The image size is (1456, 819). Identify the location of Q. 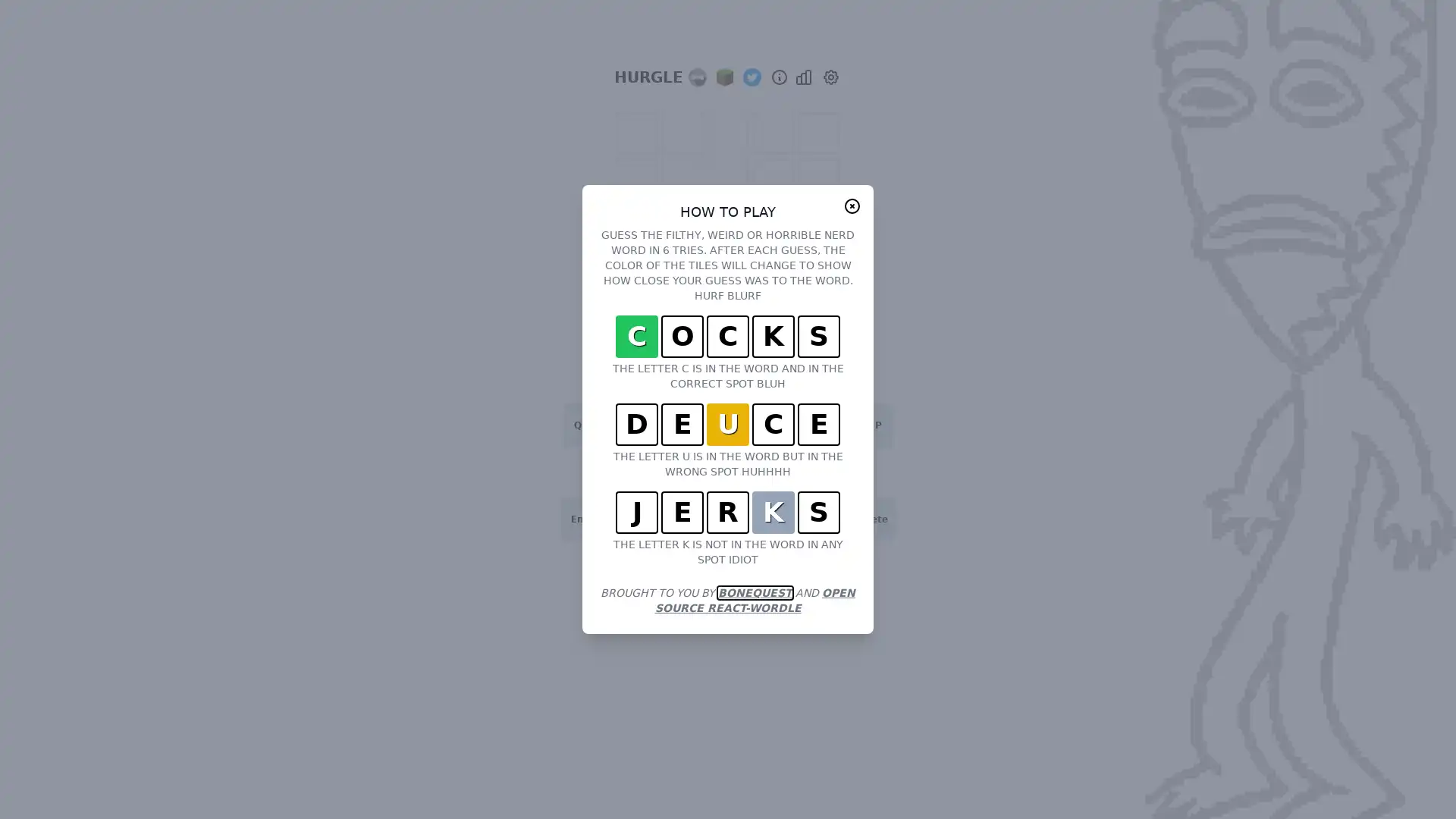
(577, 425).